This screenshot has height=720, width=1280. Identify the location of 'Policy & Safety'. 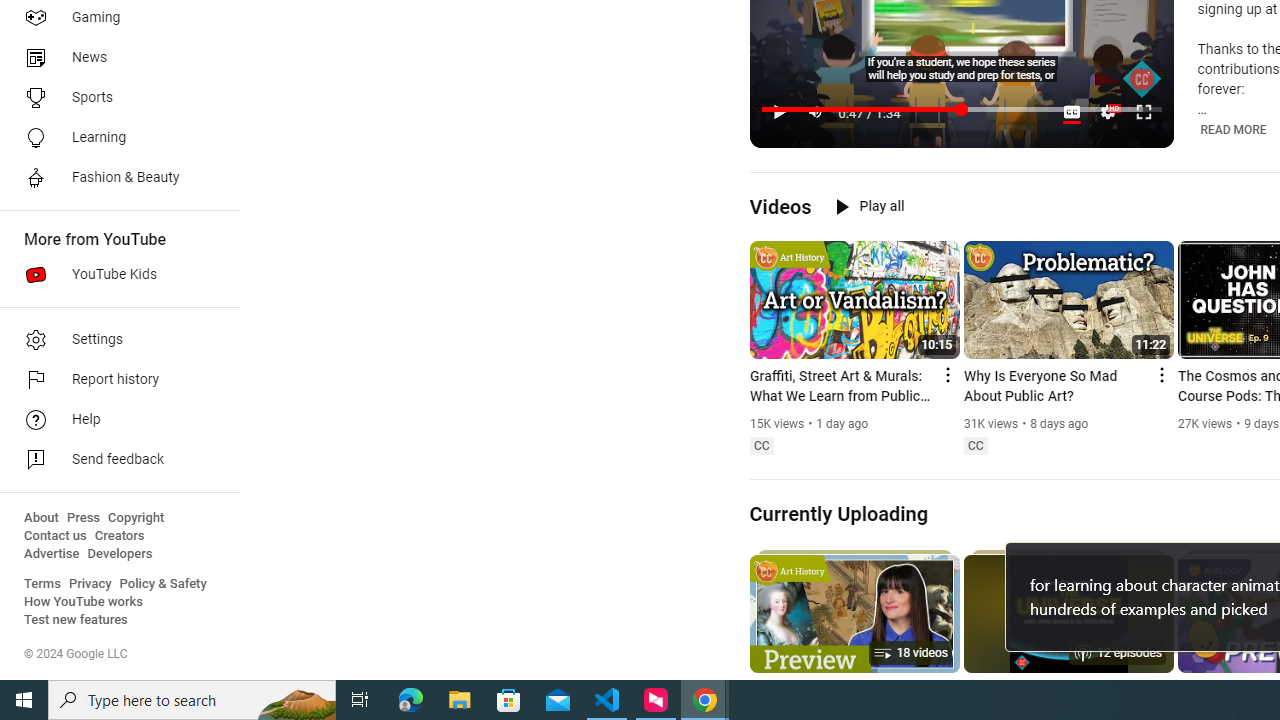
(163, 584).